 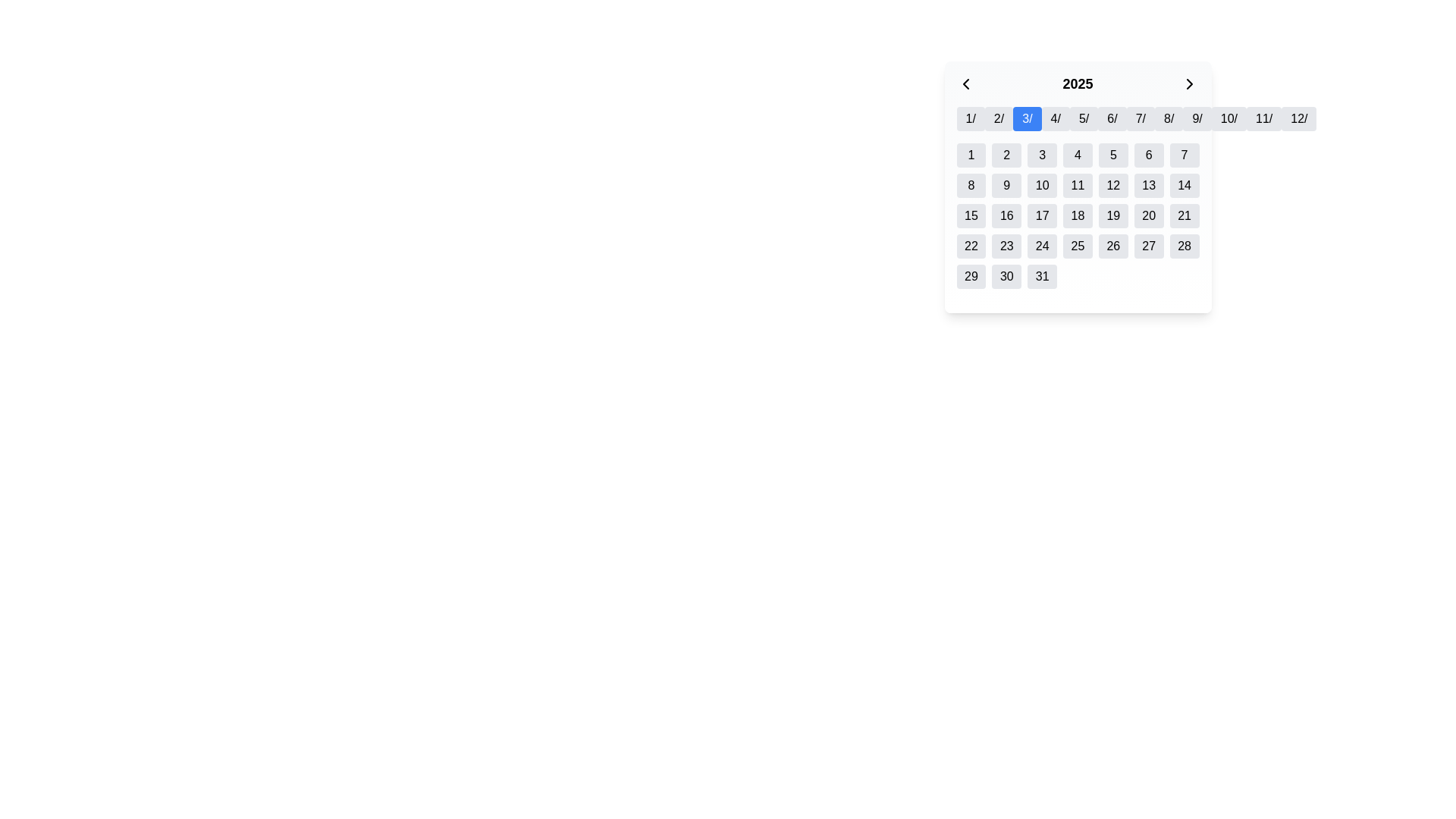 I want to click on the Interactive calendar date unit displaying the numeral '29', so click(x=971, y=277).